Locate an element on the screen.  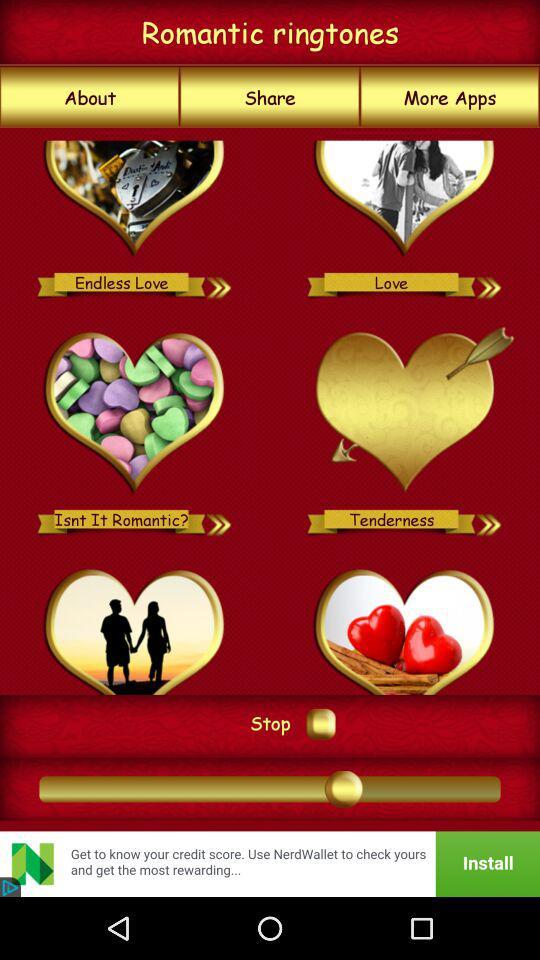
the about icon is located at coordinates (89, 97).